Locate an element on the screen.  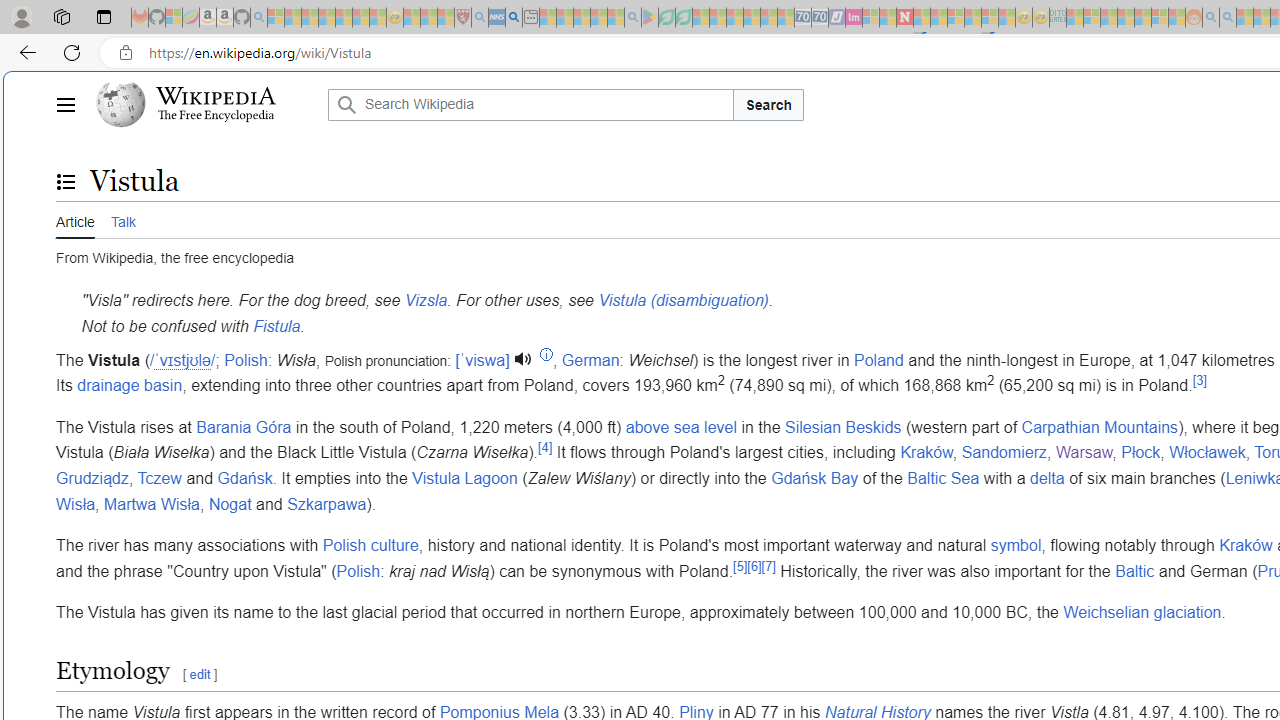
'Sandomierz' is located at coordinates (1004, 453).